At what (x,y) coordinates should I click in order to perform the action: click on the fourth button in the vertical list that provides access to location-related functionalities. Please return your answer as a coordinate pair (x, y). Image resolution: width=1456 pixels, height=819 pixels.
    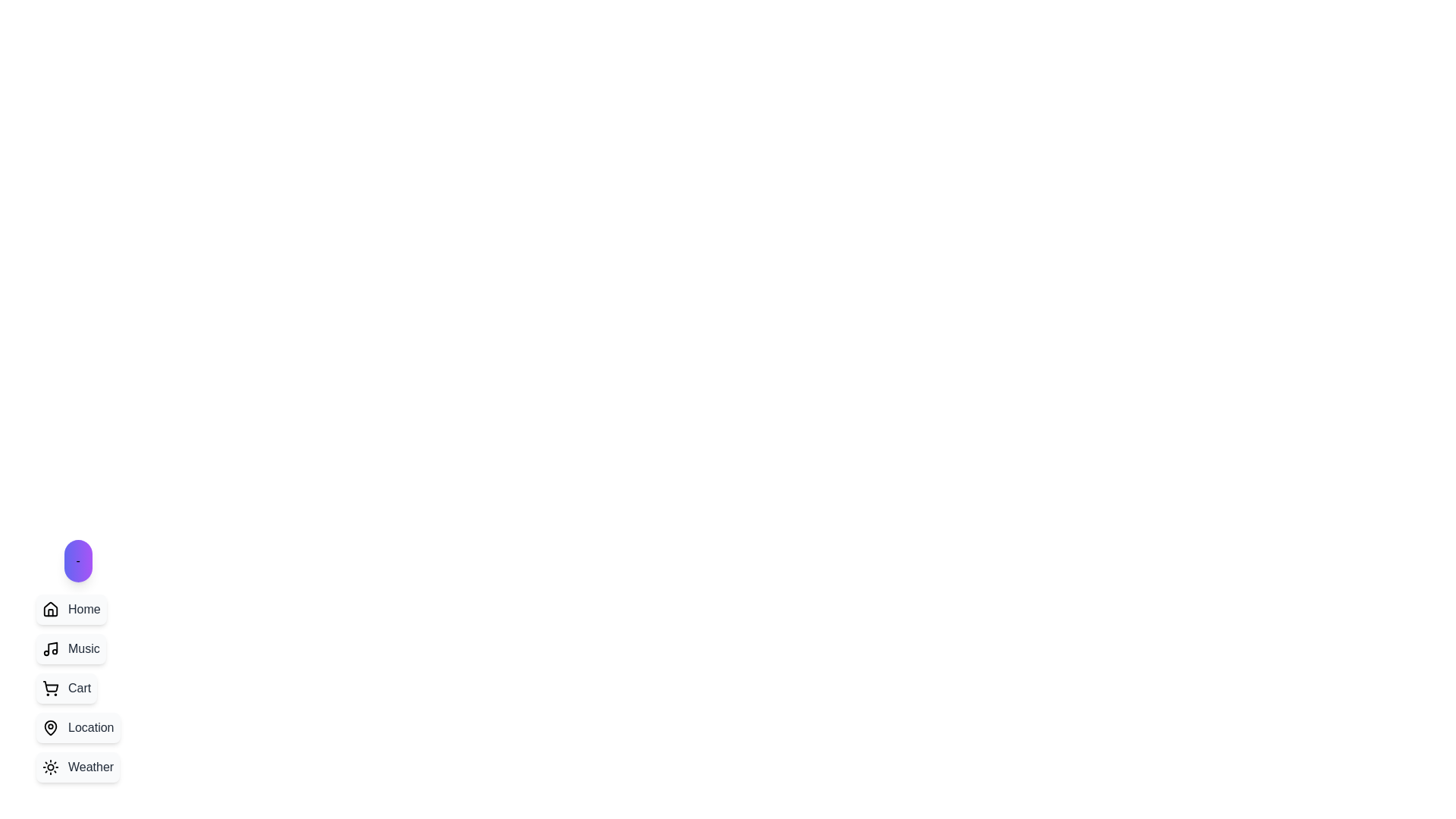
    Looking at the image, I should click on (77, 727).